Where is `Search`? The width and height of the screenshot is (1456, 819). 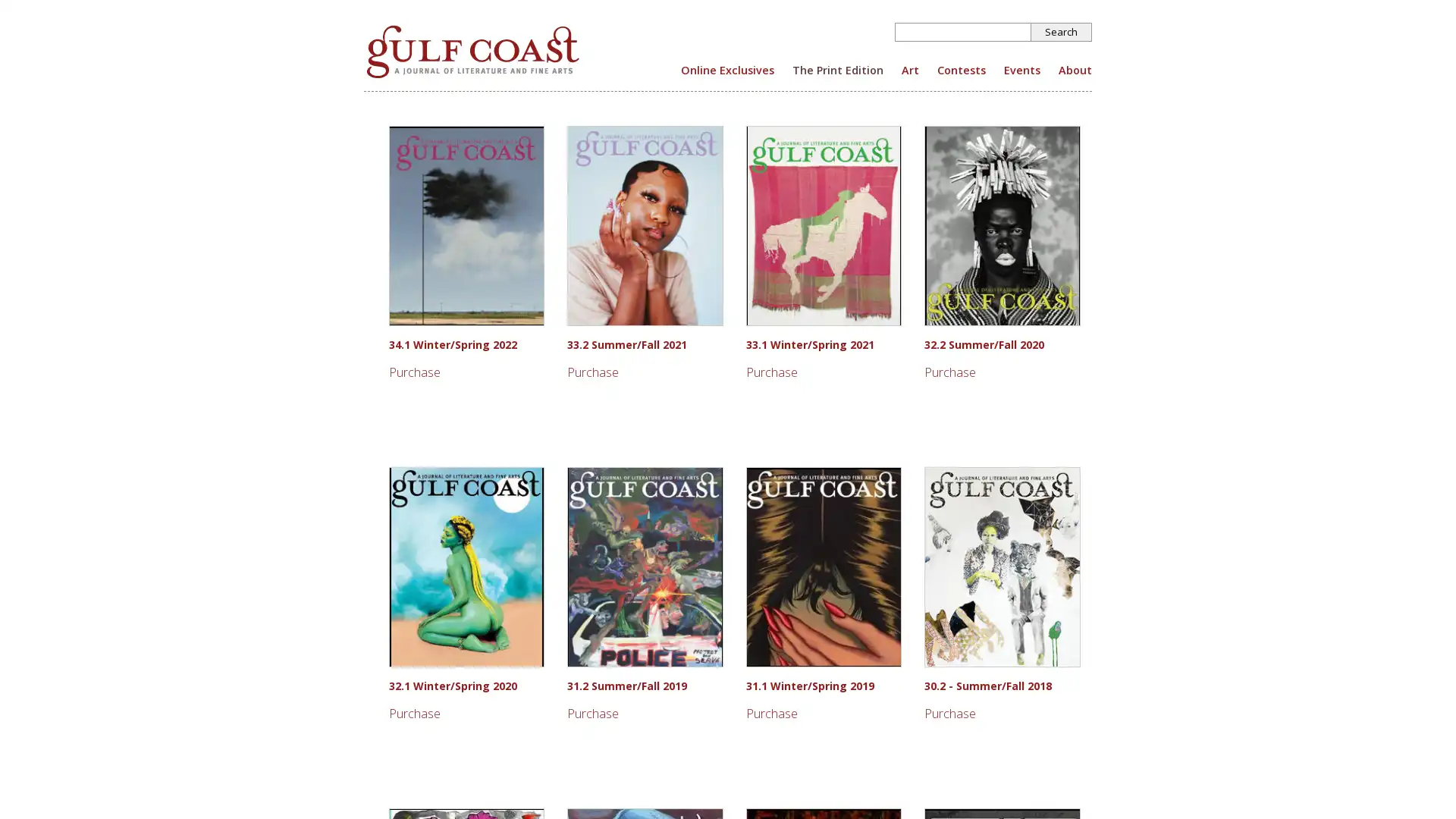
Search is located at coordinates (1061, 32).